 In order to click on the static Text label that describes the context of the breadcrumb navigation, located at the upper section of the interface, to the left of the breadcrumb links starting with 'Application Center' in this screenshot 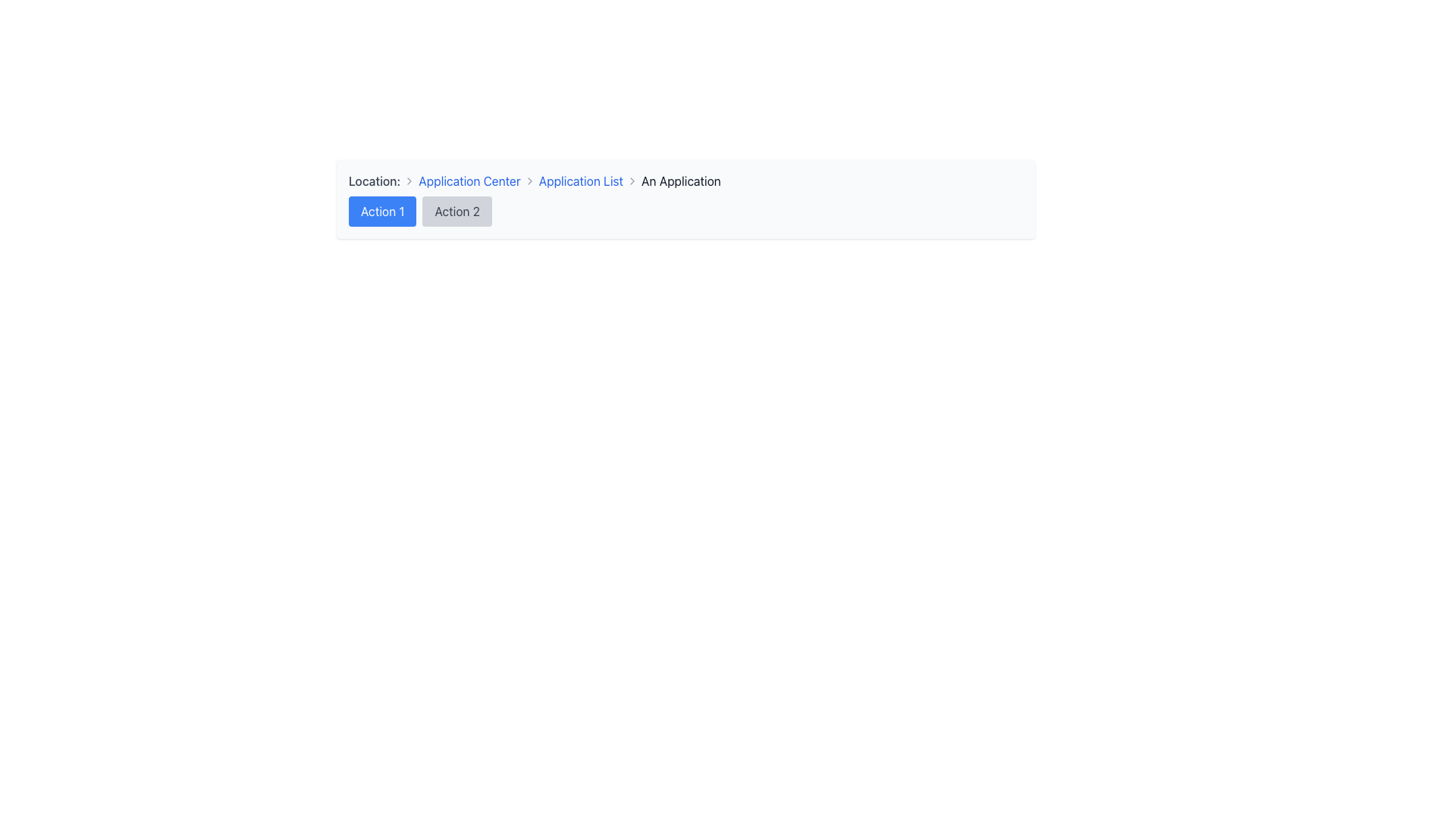, I will do `click(375, 180)`.